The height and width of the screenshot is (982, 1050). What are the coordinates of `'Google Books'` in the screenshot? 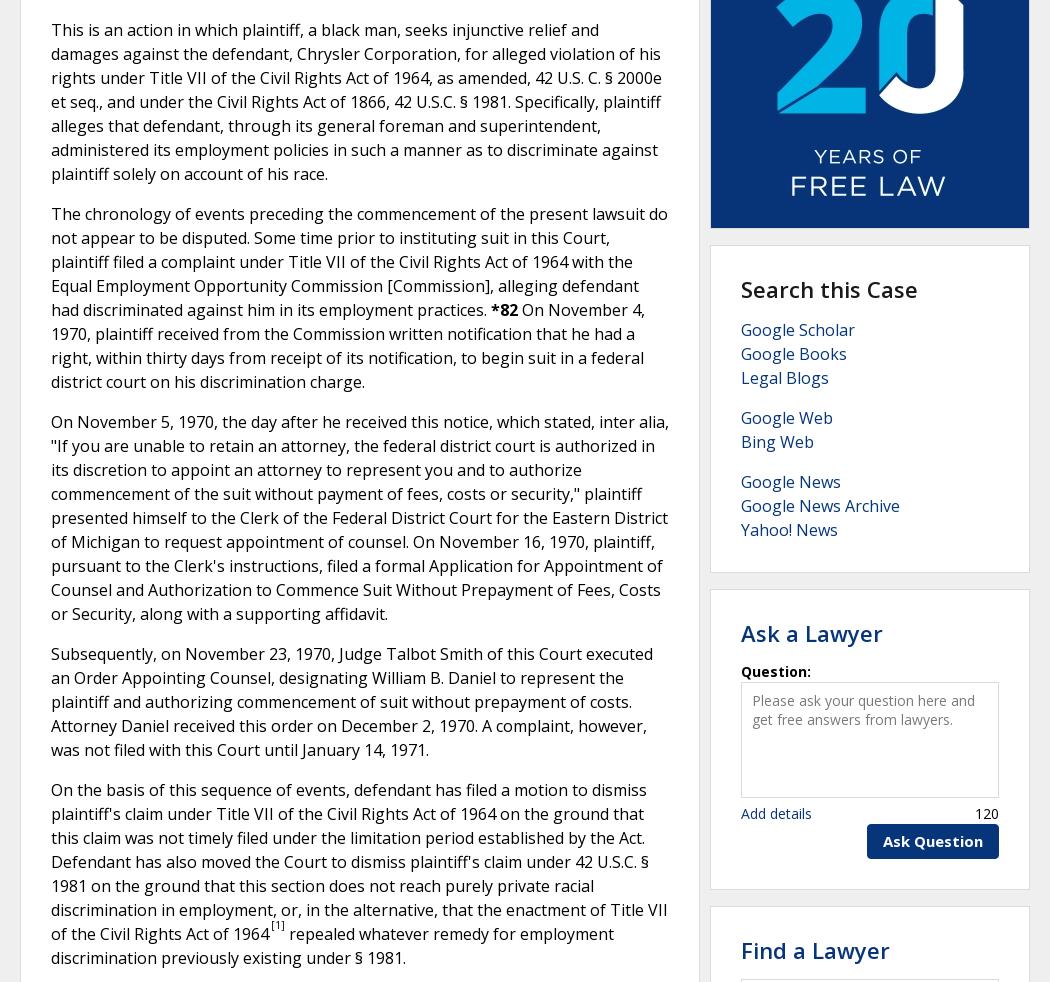 It's located at (739, 354).